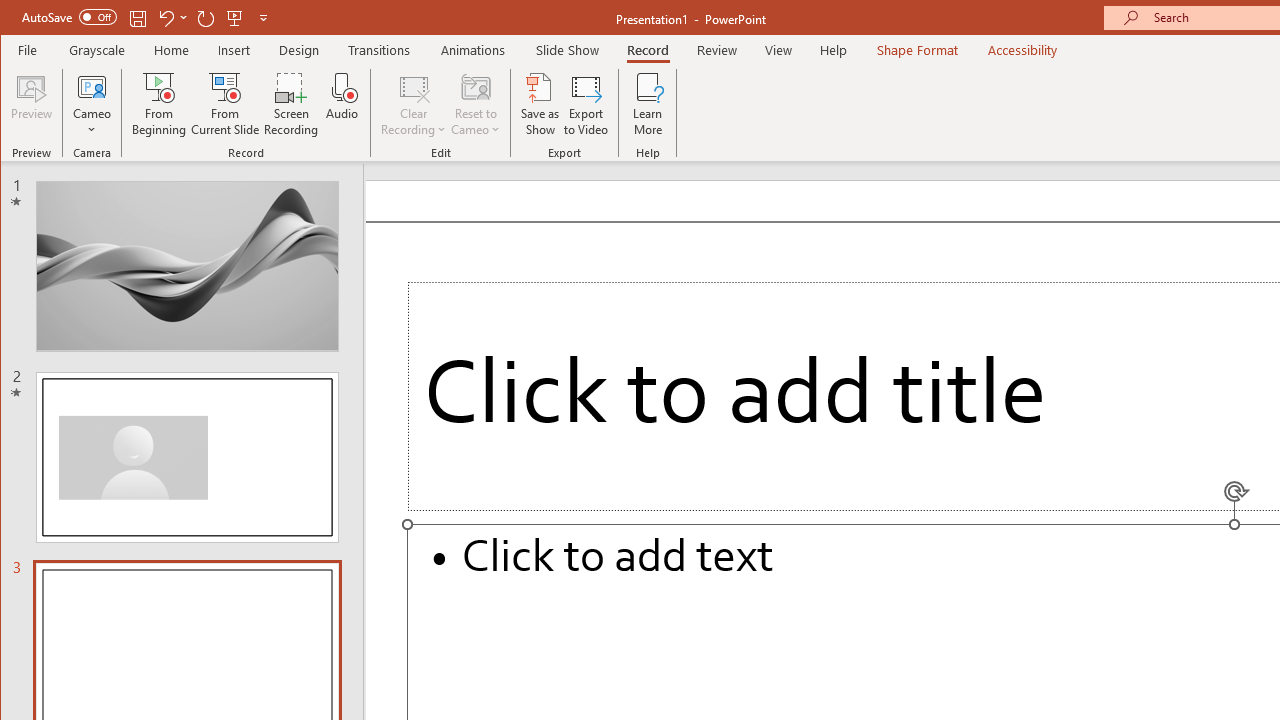 Image resolution: width=1280 pixels, height=720 pixels. Describe the element at coordinates (1023, 49) in the screenshot. I see `'Accessibility'` at that location.